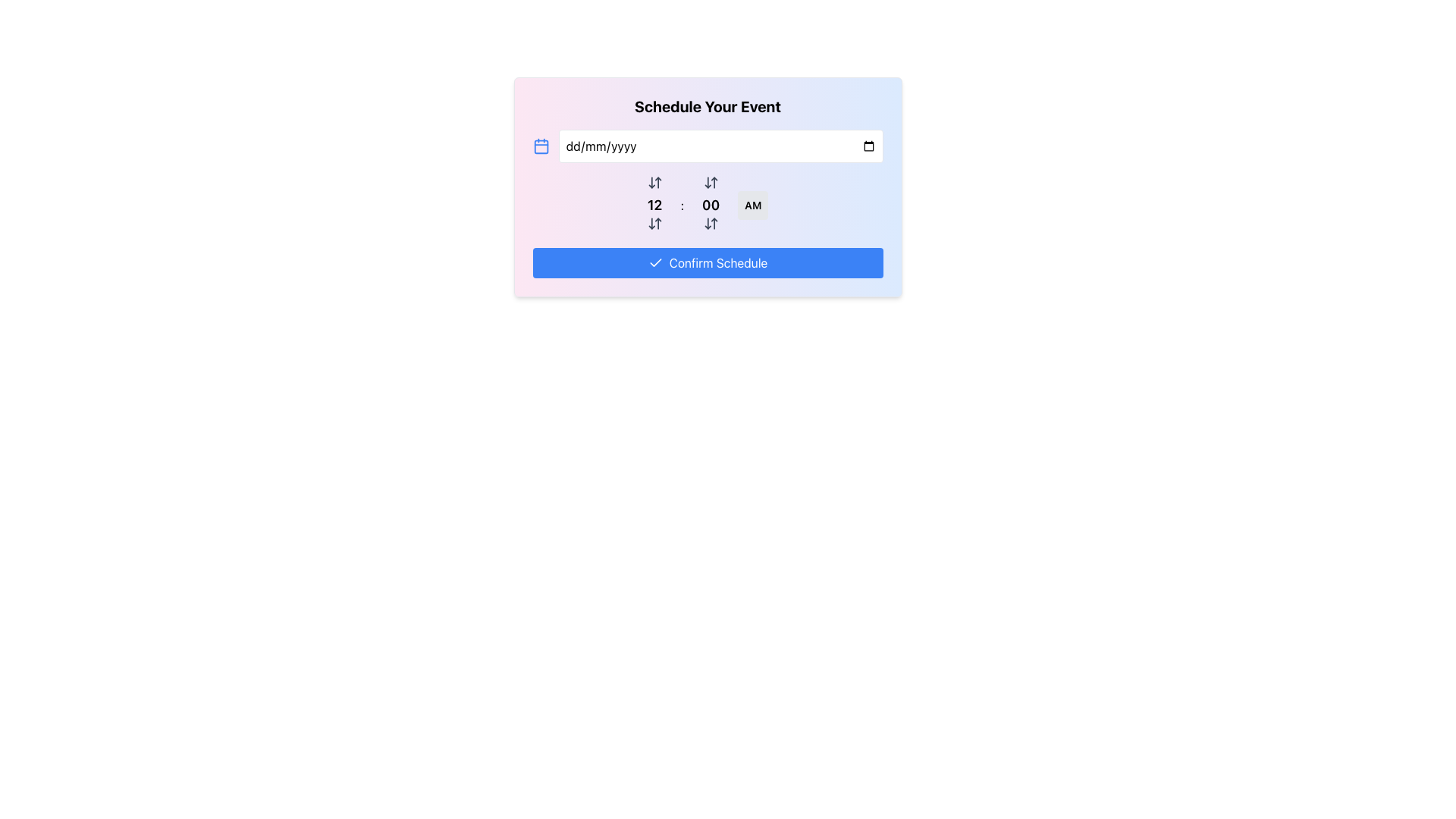 This screenshot has width=1456, height=819. Describe the element at coordinates (541, 146) in the screenshot. I see `the calendar icon button` at that location.